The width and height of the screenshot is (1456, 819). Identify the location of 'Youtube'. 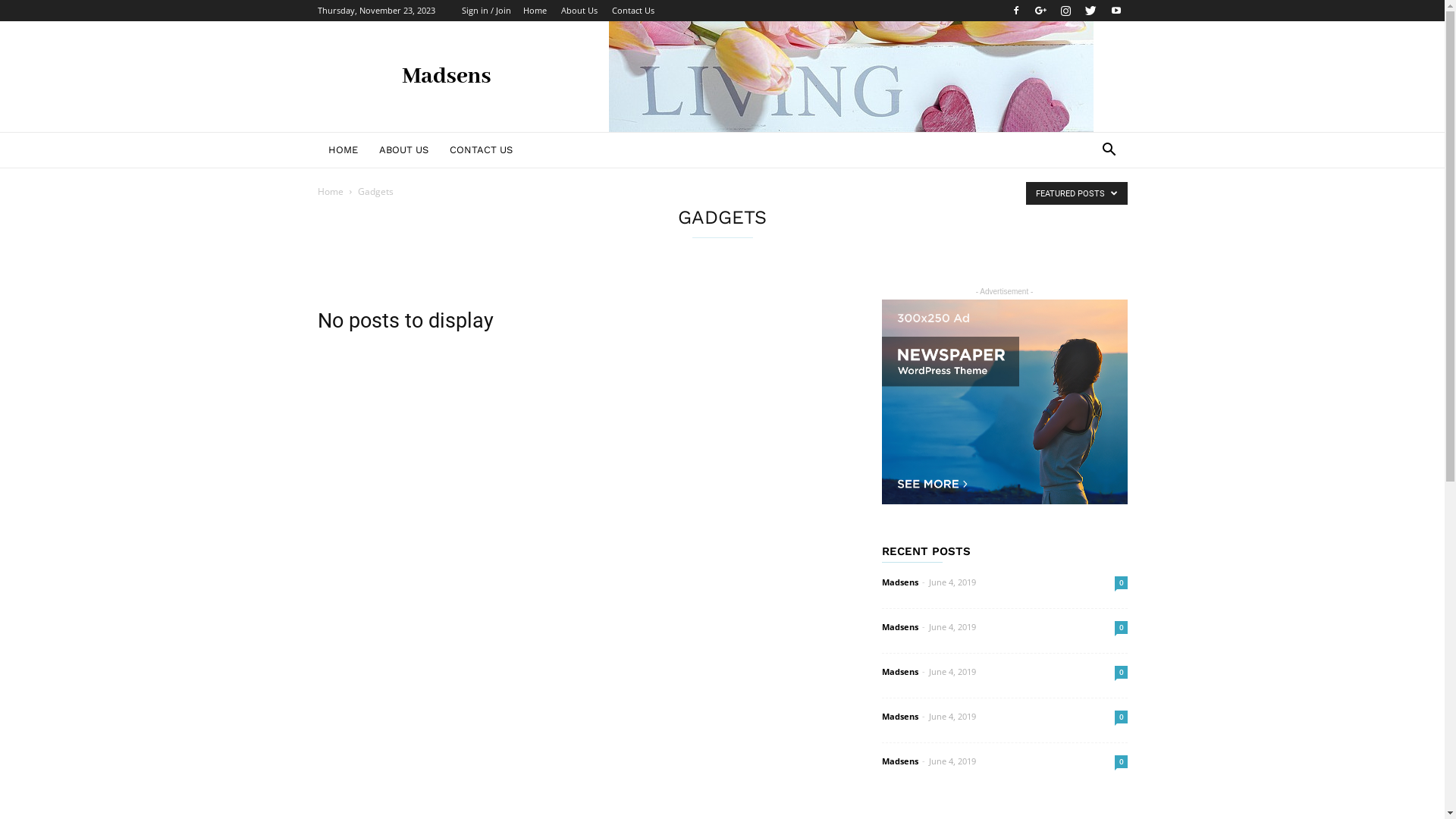
(1115, 11).